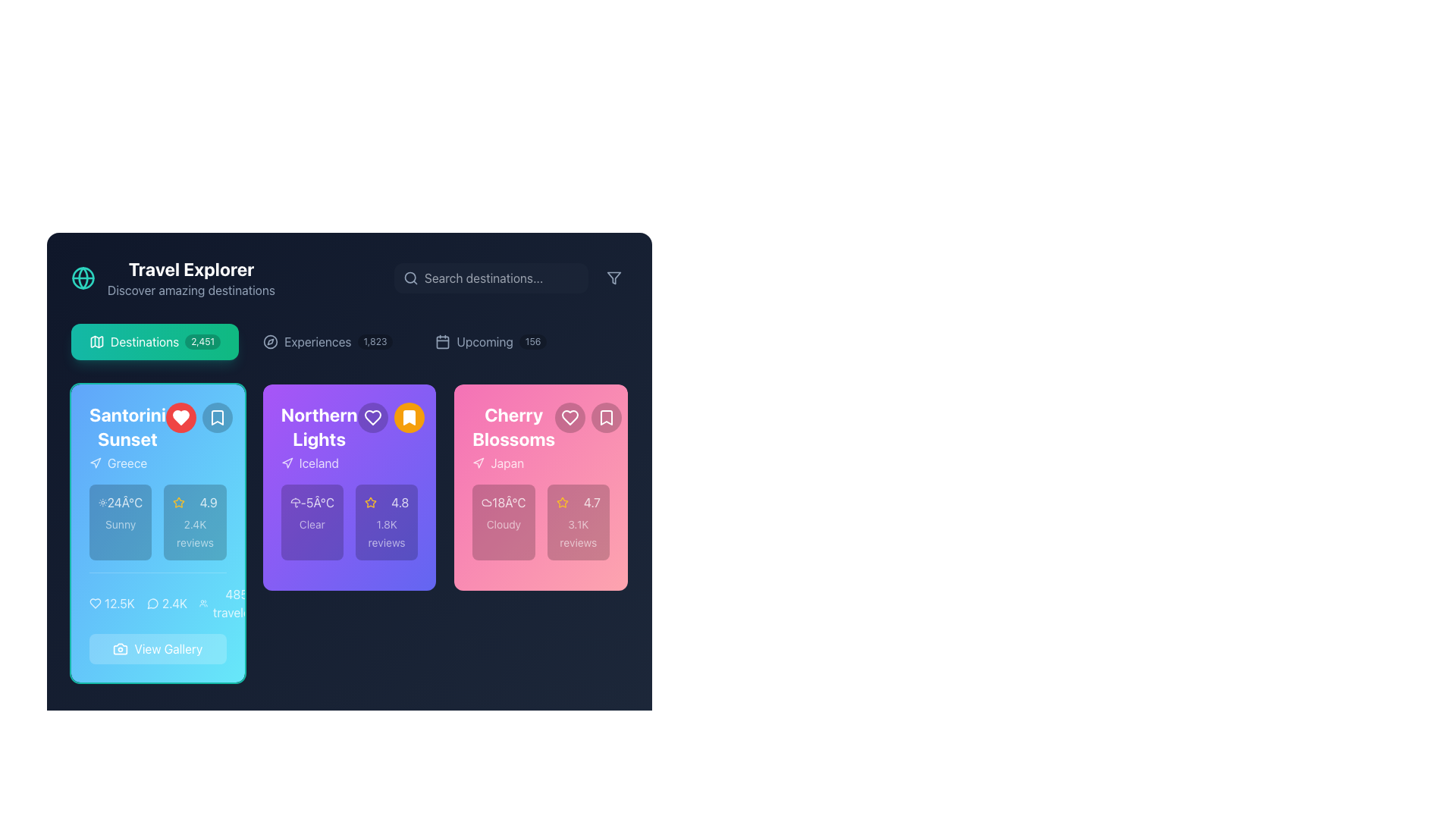  Describe the element at coordinates (202, 342) in the screenshot. I see `the informational badge indicating the count of destinations available, which is positioned to the right of the 'Destinations' button in the navigation section` at that location.